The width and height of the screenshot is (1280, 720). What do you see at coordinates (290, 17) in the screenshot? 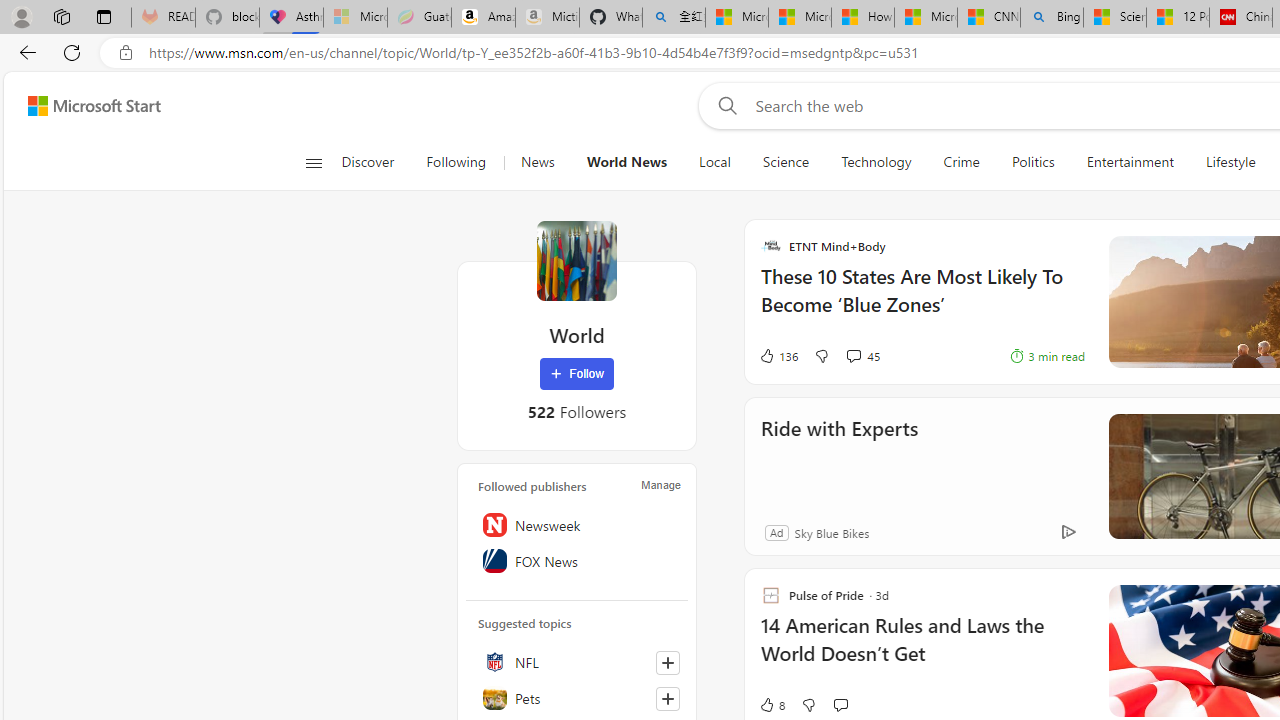
I see `'Asthma Inhalers: Names and Types'` at bounding box center [290, 17].